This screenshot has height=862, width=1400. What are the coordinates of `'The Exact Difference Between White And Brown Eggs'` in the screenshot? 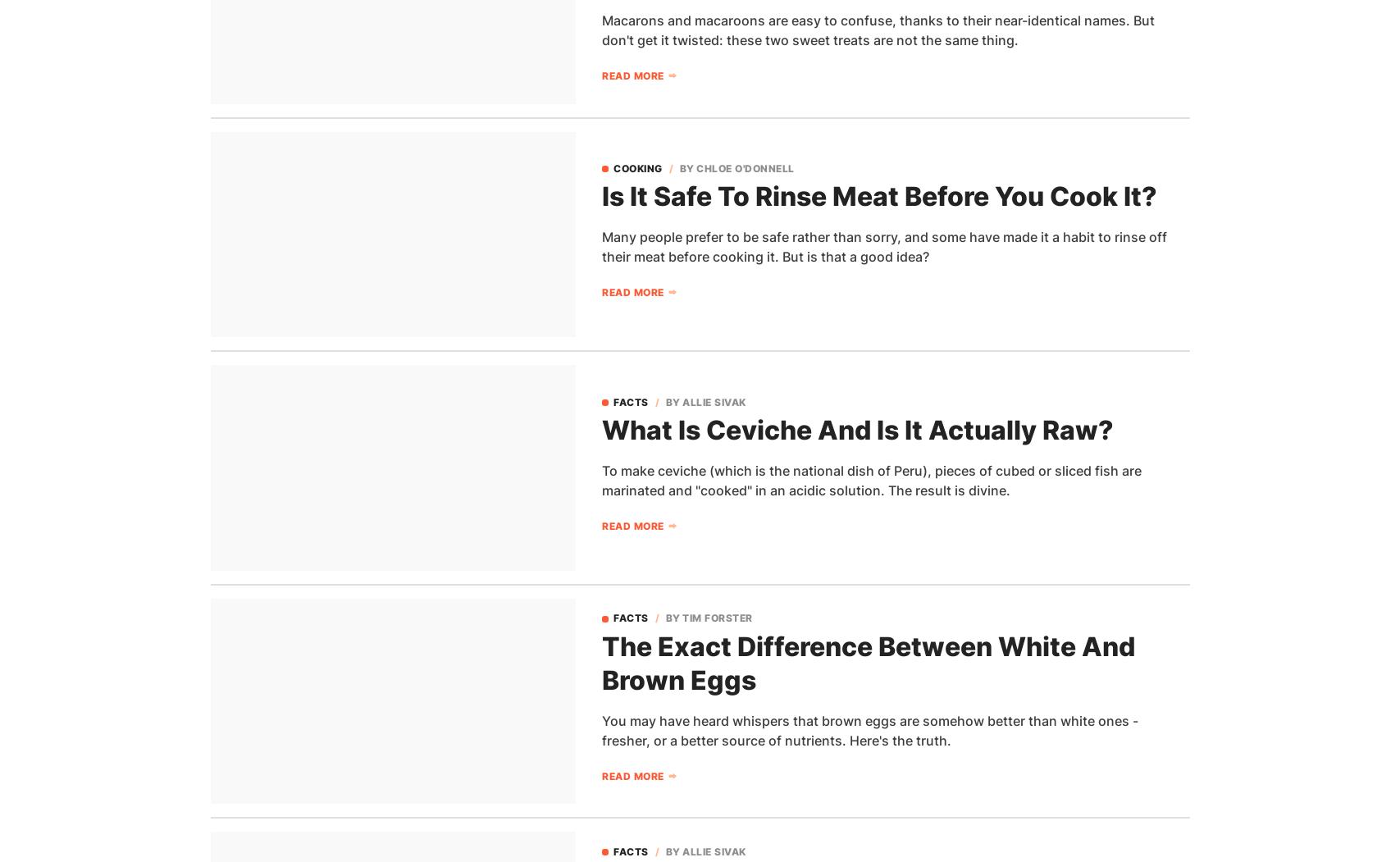 It's located at (868, 662).